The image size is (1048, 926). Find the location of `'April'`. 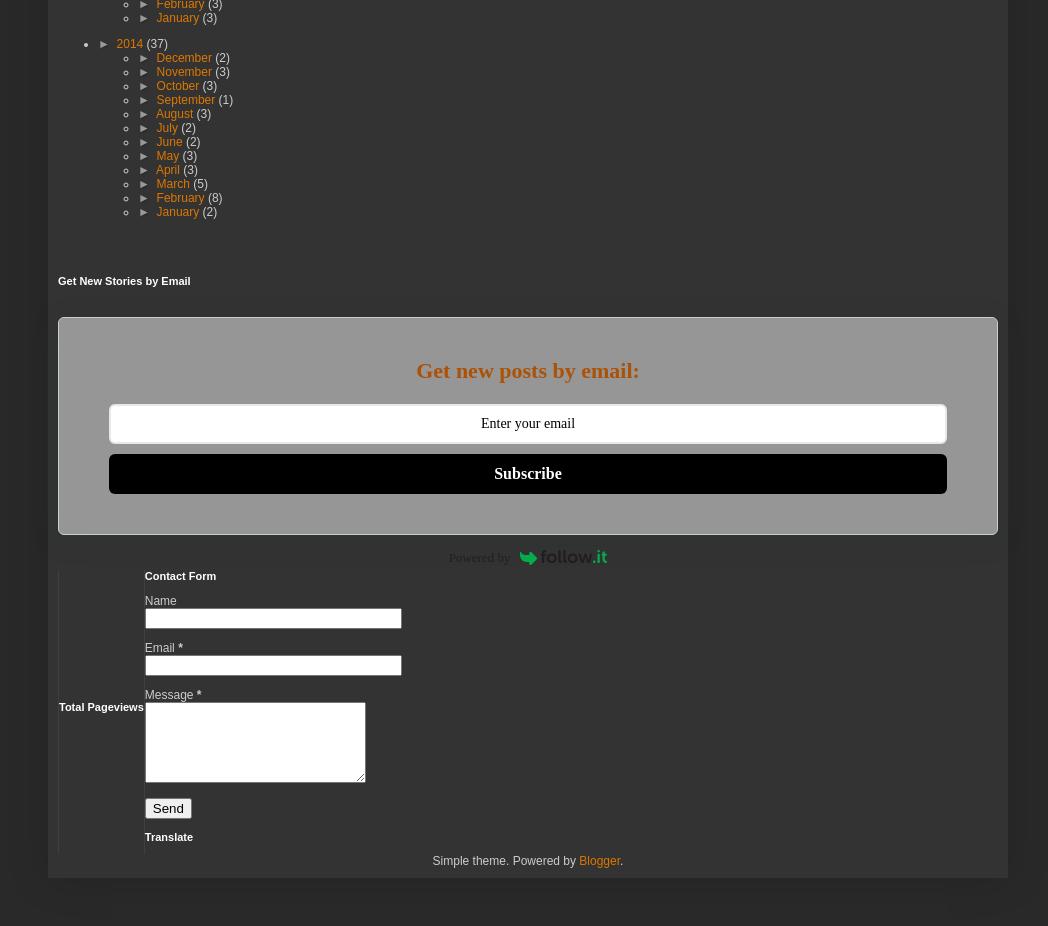

'April' is located at coordinates (154, 169).